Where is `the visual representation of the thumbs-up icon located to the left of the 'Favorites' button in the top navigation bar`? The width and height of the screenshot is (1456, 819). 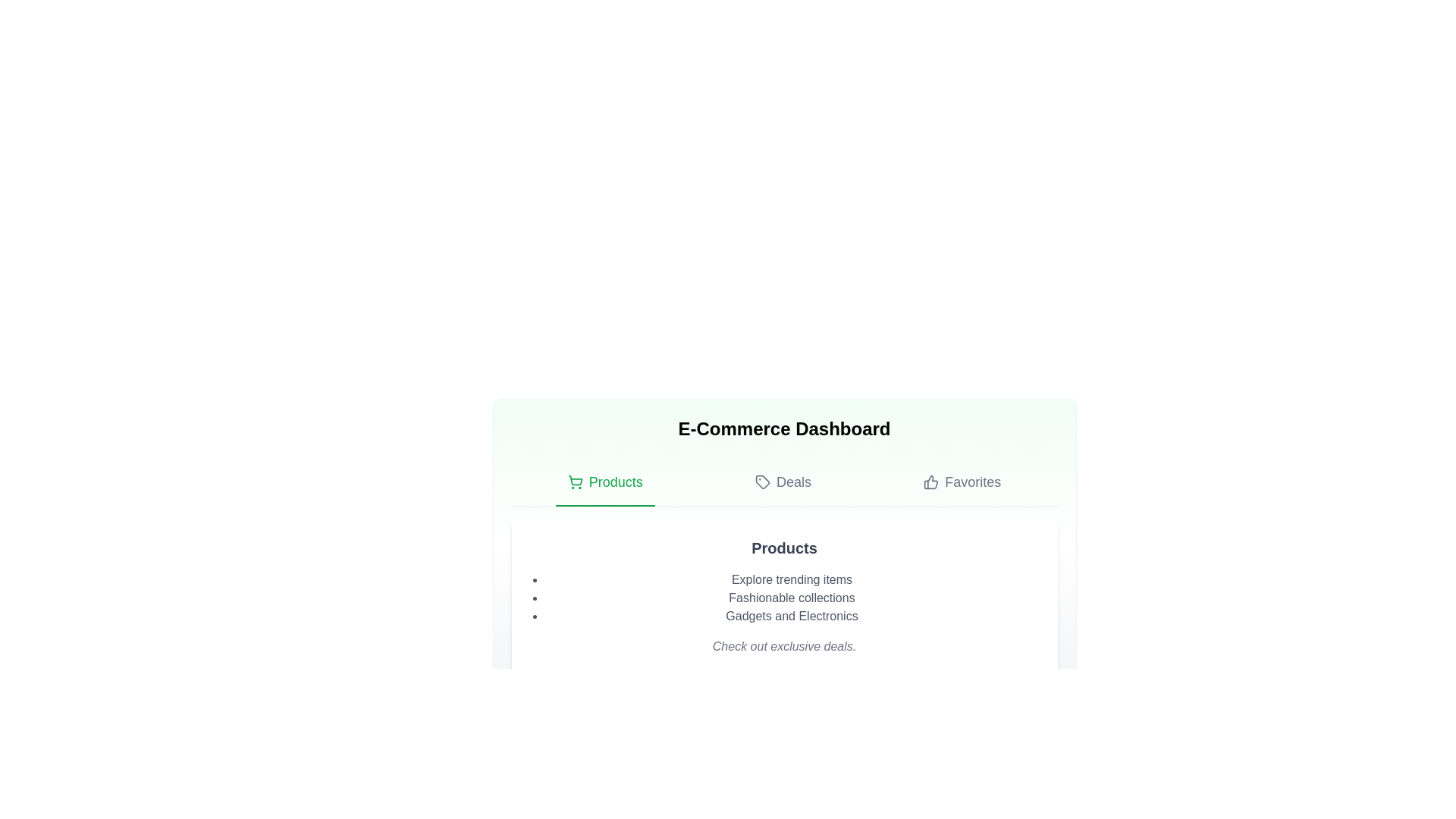
the visual representation of the thumbs-up icon located to the left of the 'Favorites' button in the top navigation bar is located at coordinates (930, 482).